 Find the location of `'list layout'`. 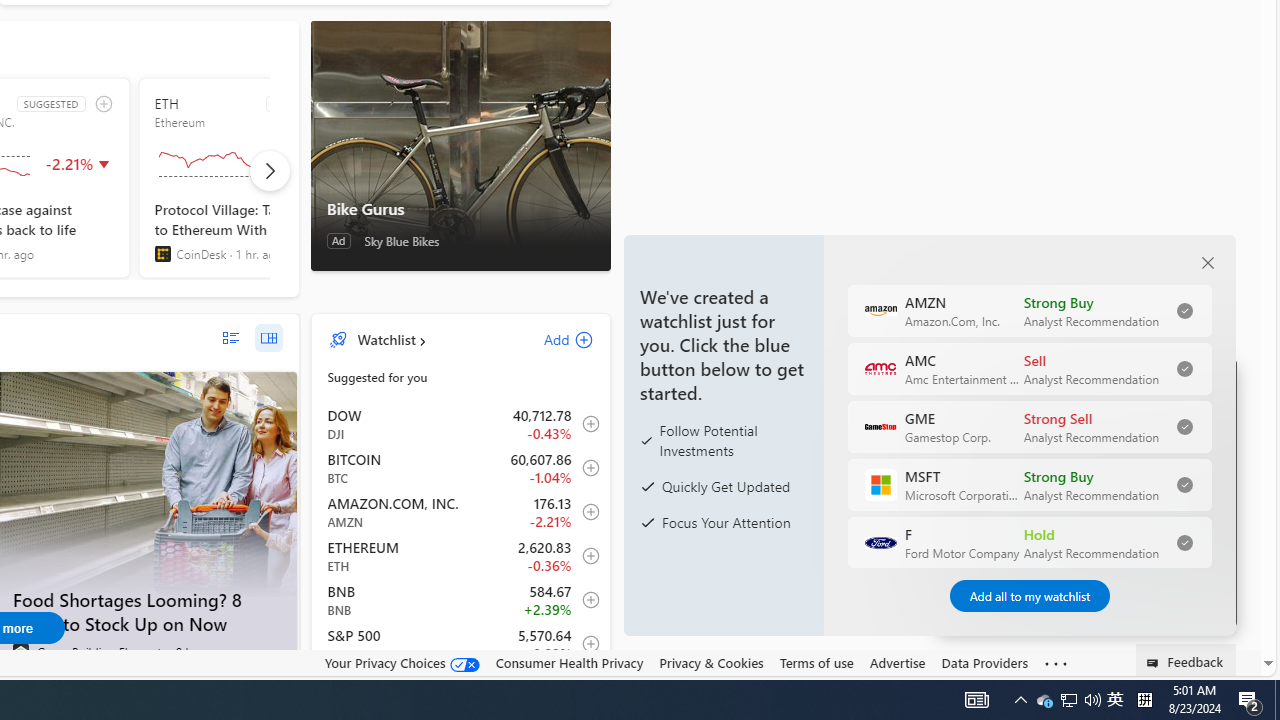

'list layout' is located at coordinates (230, 337).